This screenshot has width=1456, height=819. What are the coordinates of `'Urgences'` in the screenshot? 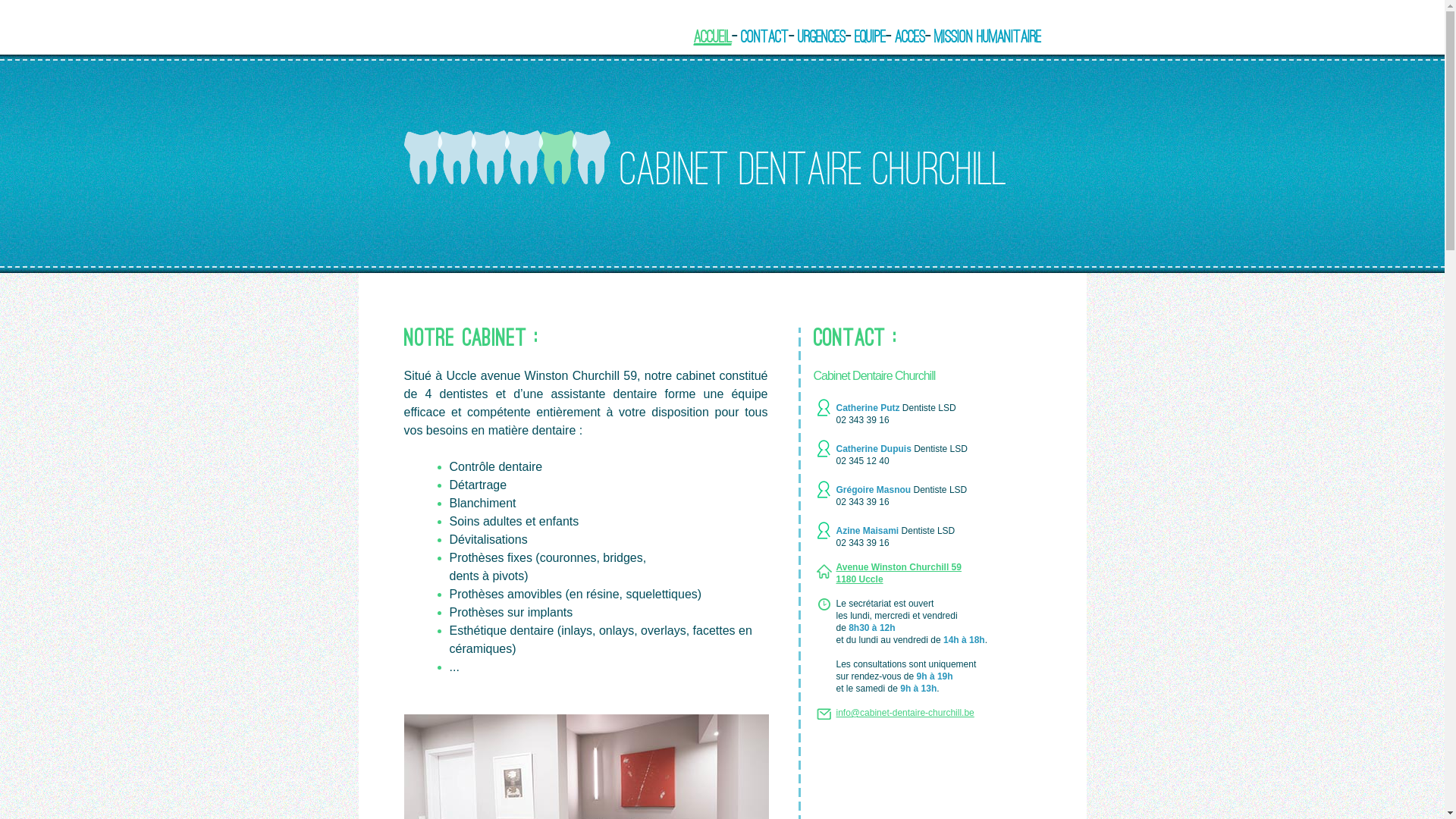 It's located at (821, 36).